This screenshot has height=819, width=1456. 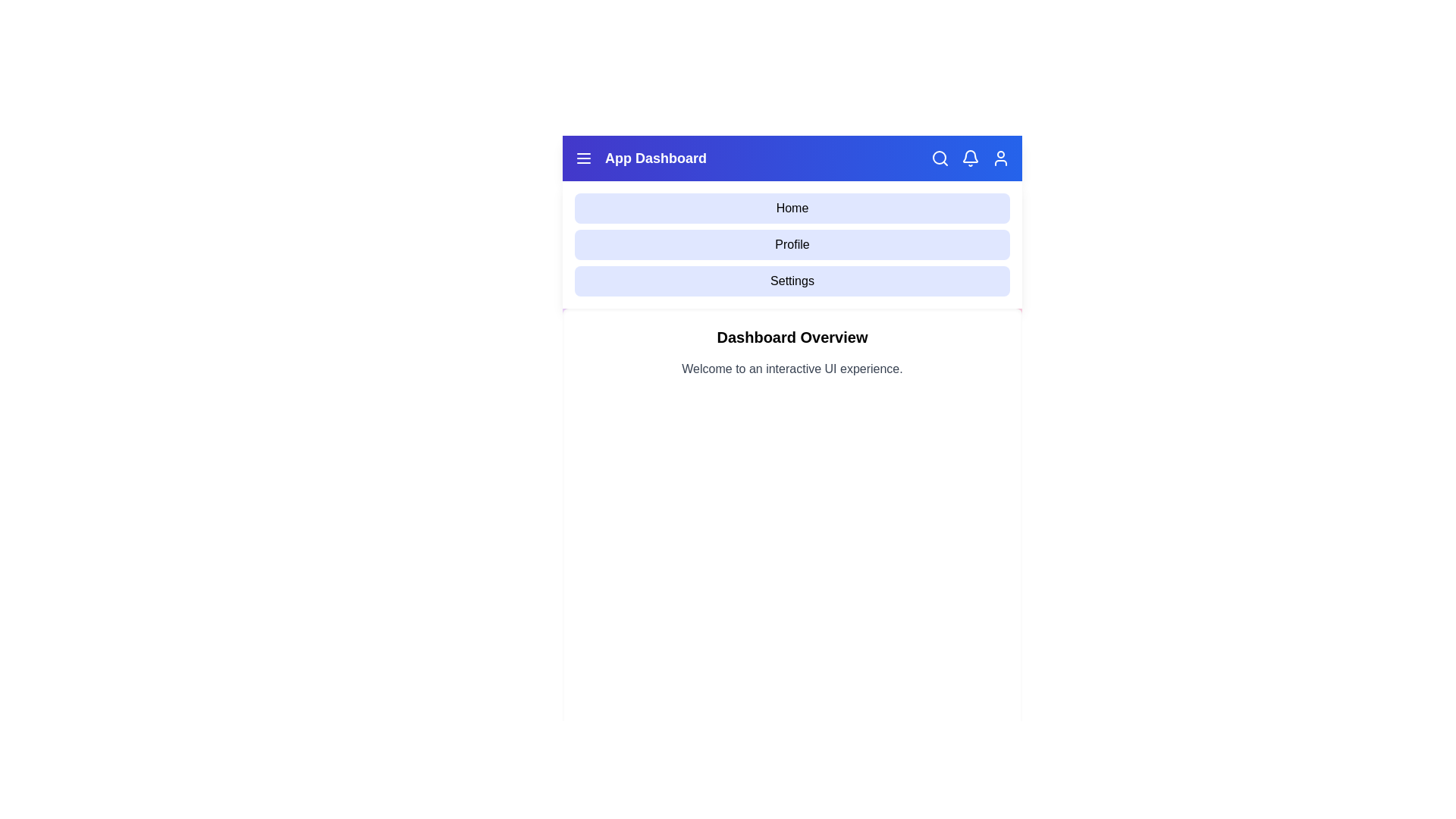 I want to click on the 'Profile' menu option to navigate to the Profile section, so click(x=792, y=244).